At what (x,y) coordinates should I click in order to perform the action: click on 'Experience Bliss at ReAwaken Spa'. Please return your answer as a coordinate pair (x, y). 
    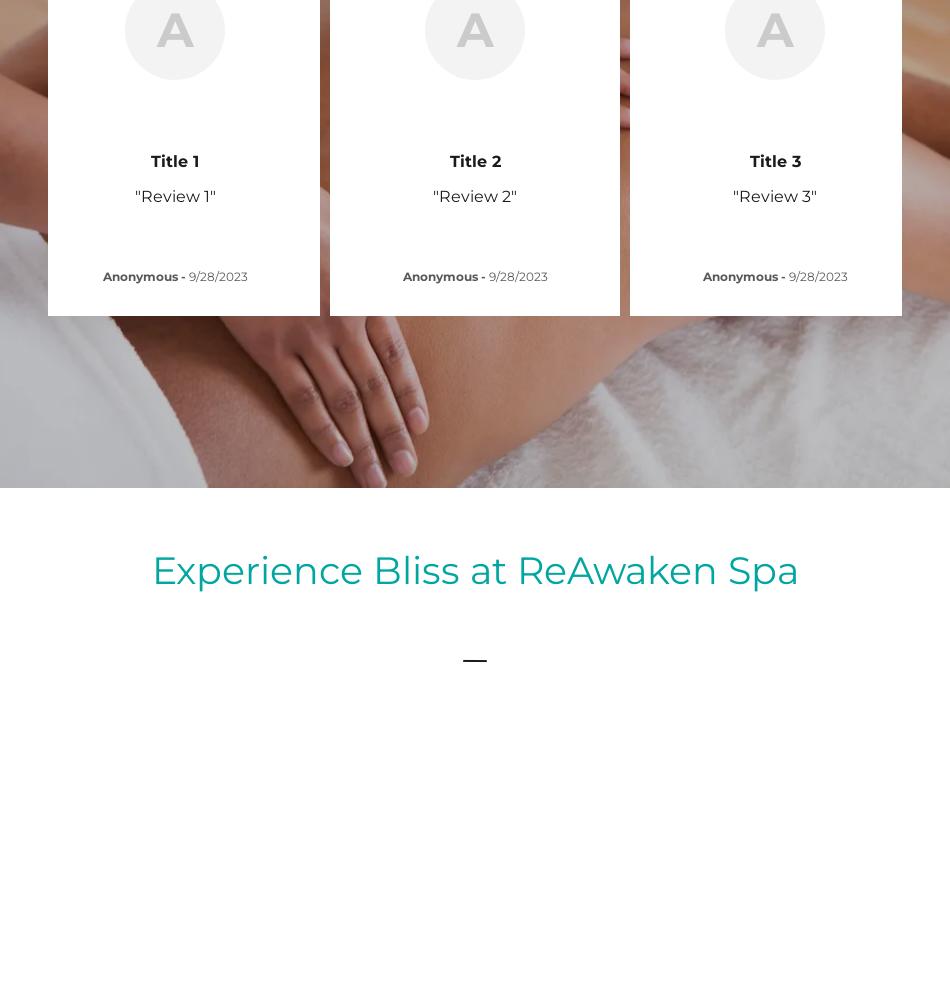
    Looking at the image, I should click on (473, 569).